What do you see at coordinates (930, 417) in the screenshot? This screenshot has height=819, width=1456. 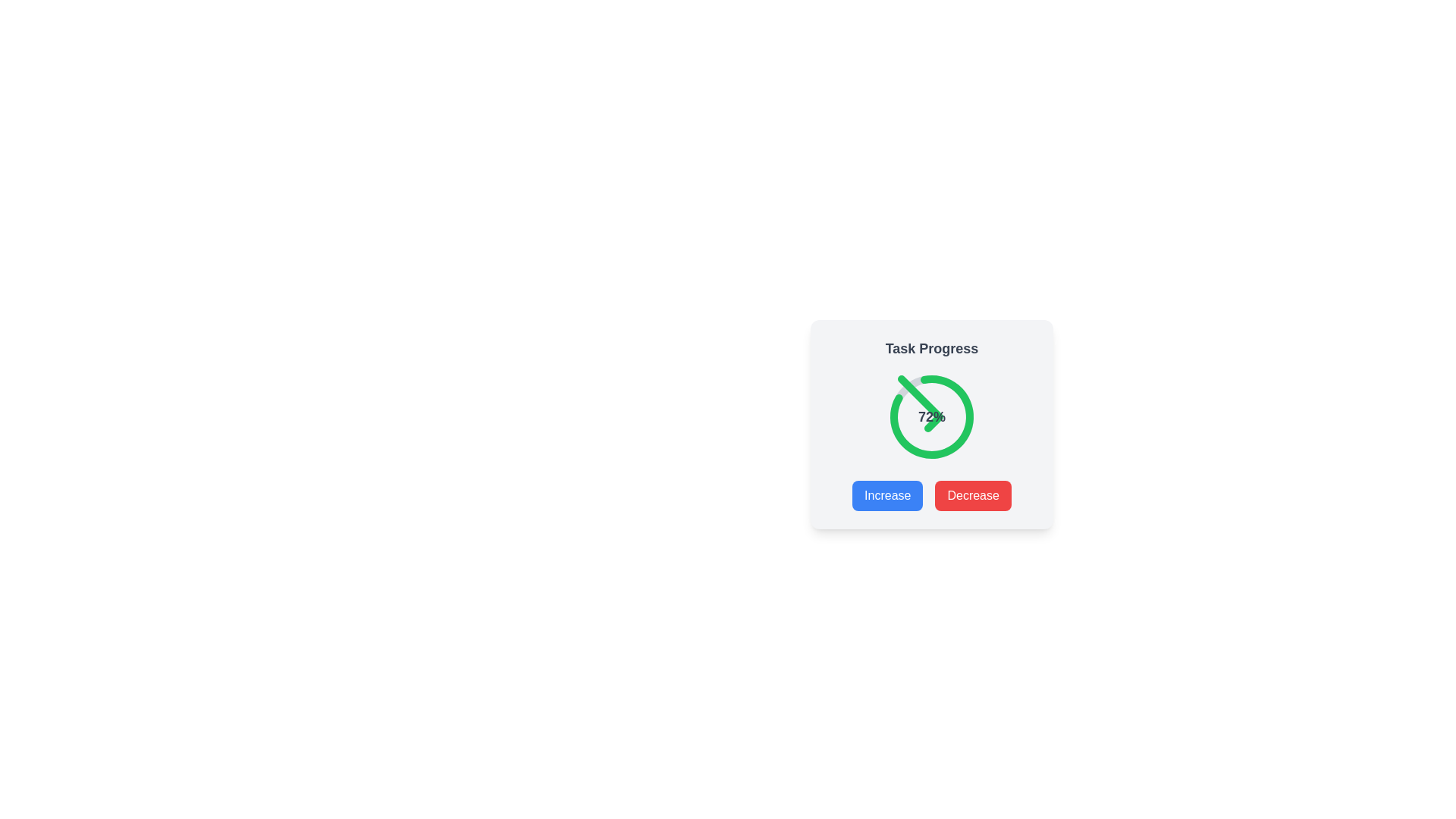 I see `the Circular Indicator, which is a circular component with a dark border and unfilled space, serving as a progress indicator located at the center of the panel above the 'Increase' and 'Decrease' buttons` at bounding box center [930, 417].